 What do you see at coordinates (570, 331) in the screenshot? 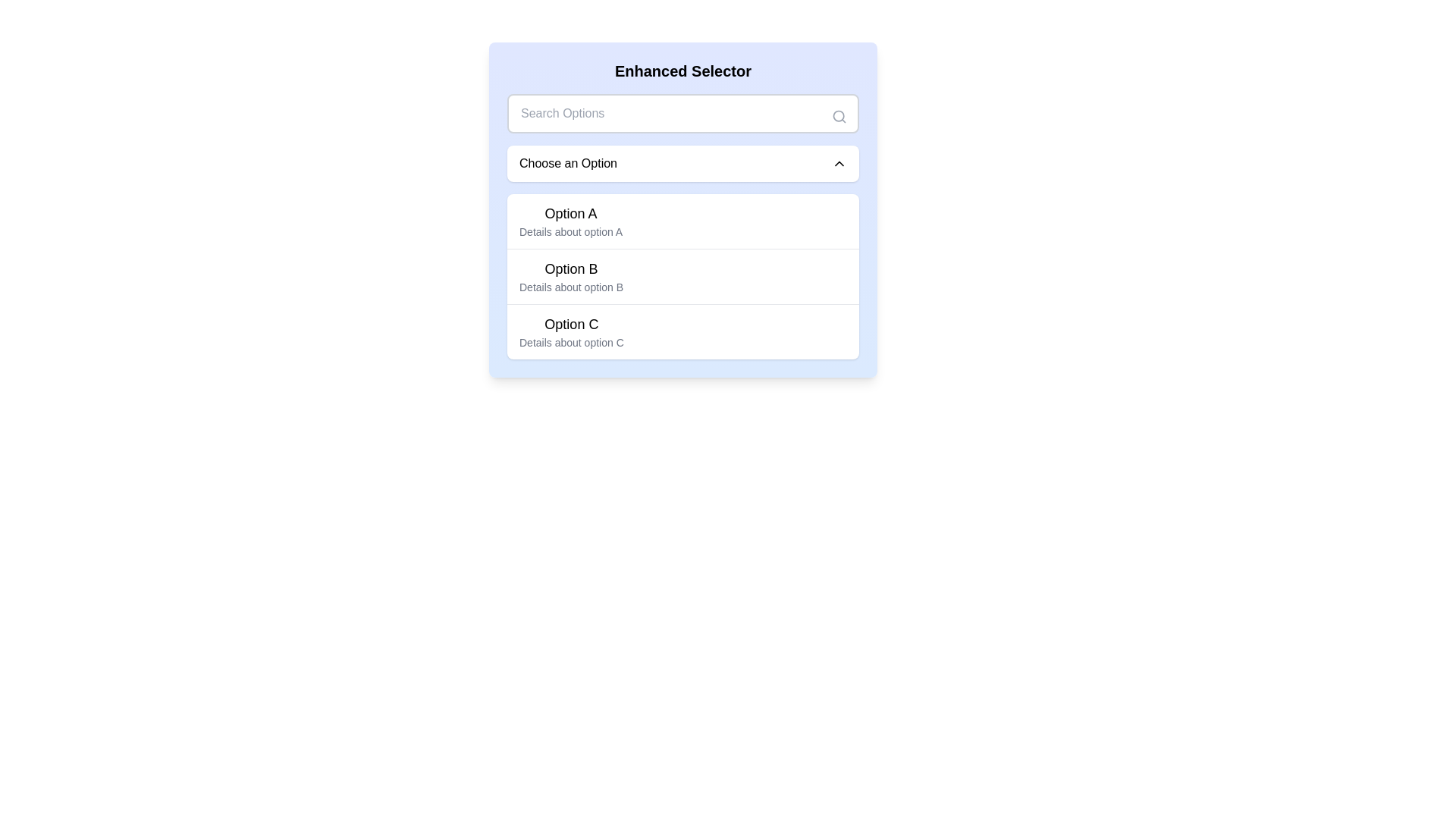
I see `the menu item labeled 'Option C'` at bounding box center [570, 331].